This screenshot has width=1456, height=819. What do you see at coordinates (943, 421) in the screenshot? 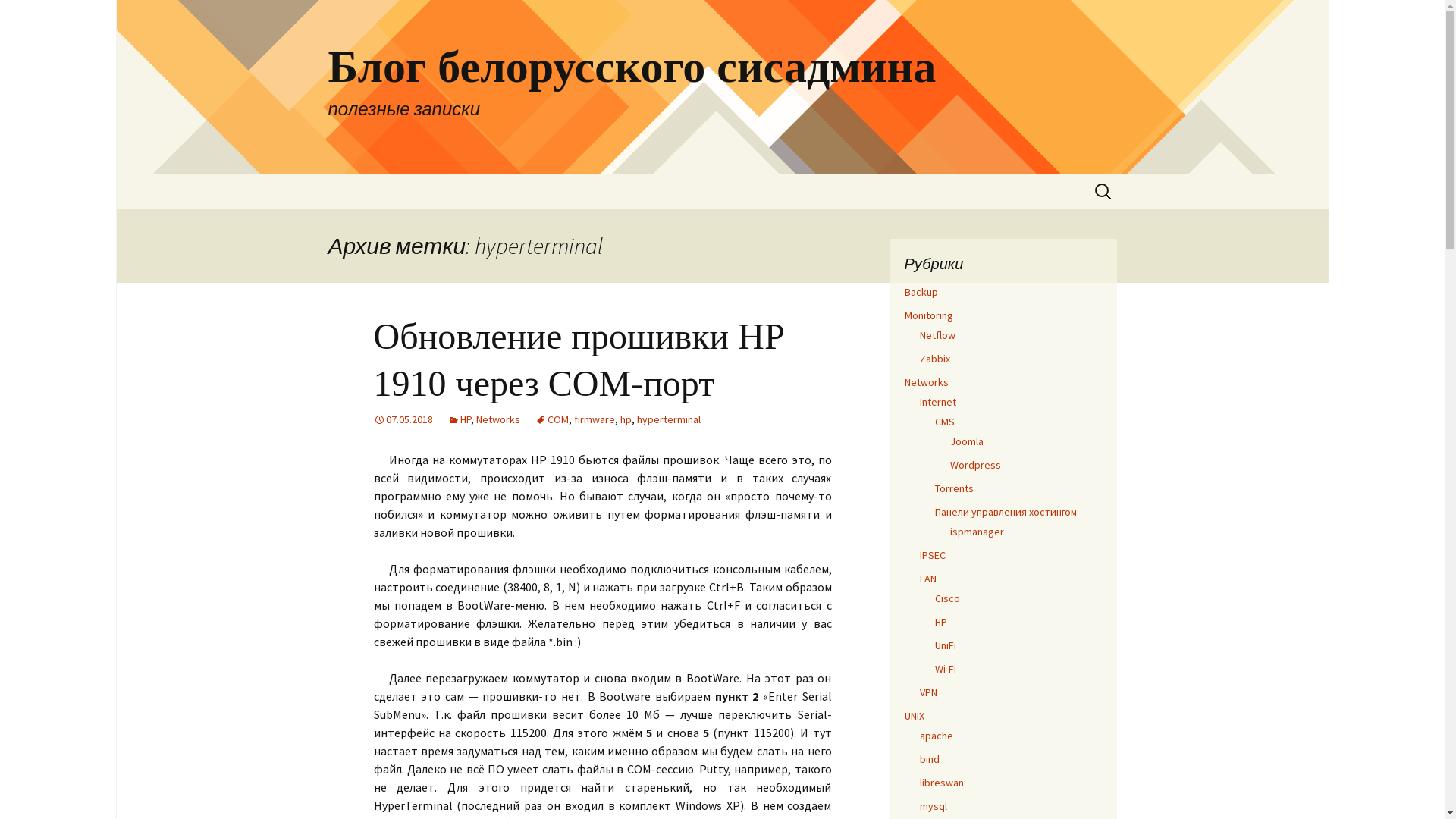
I see `'CMS'` at bounding box center [943, 421].